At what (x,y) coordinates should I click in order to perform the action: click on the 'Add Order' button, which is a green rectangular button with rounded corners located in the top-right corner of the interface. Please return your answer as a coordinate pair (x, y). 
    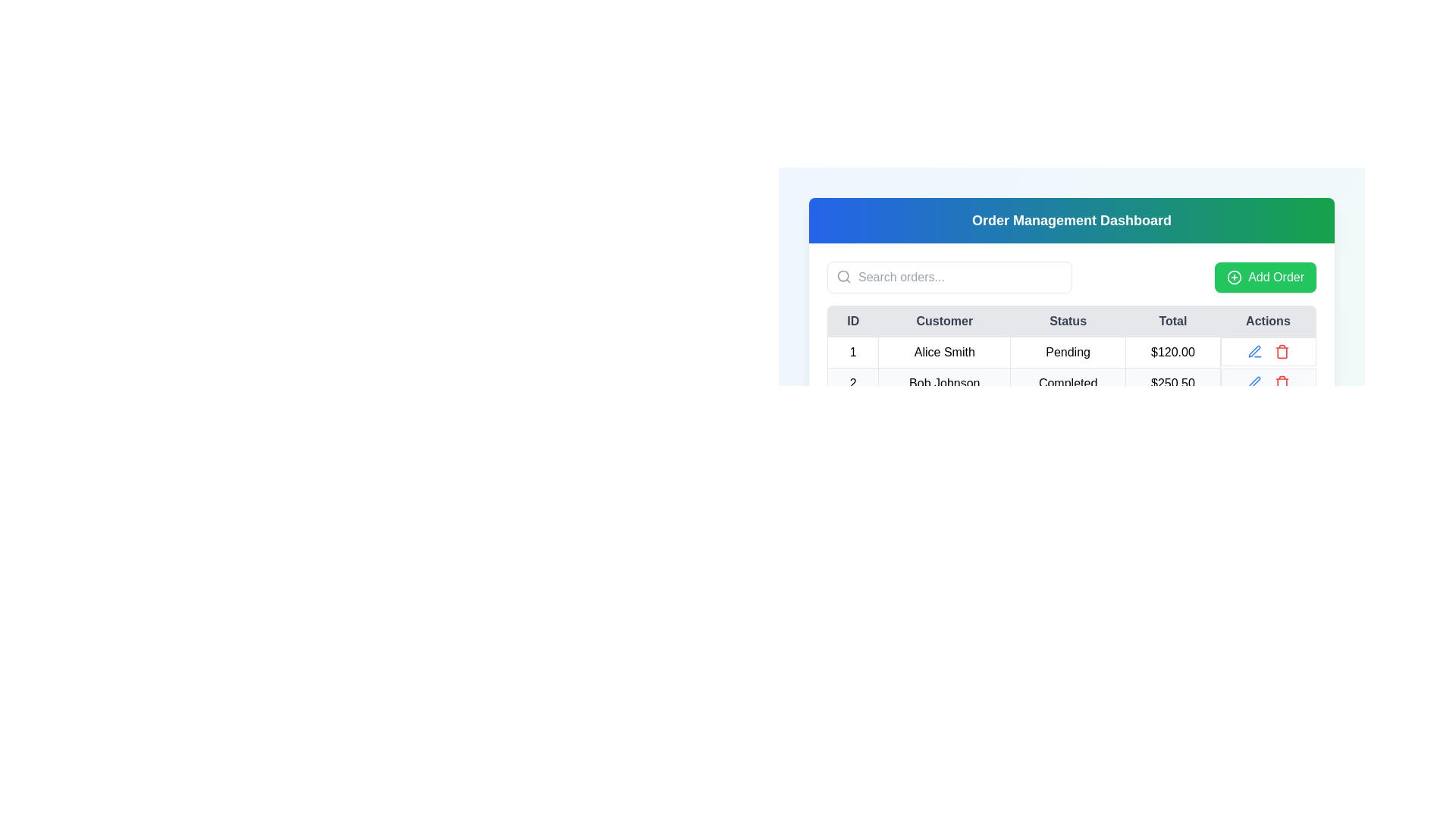
    Looking at the image, I should click on (1266, 278).